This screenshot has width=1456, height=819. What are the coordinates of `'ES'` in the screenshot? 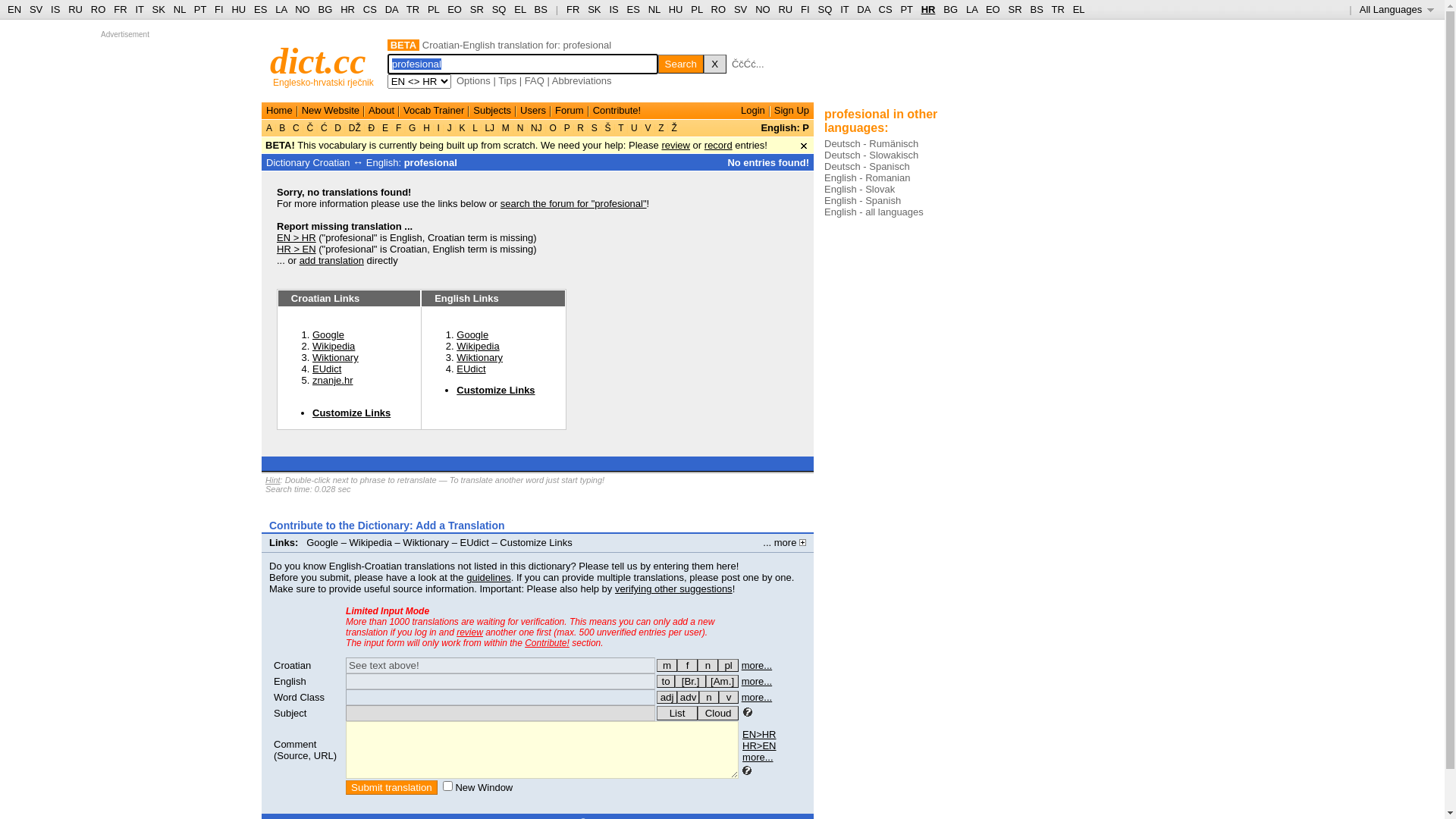 It's located at (633, 9).